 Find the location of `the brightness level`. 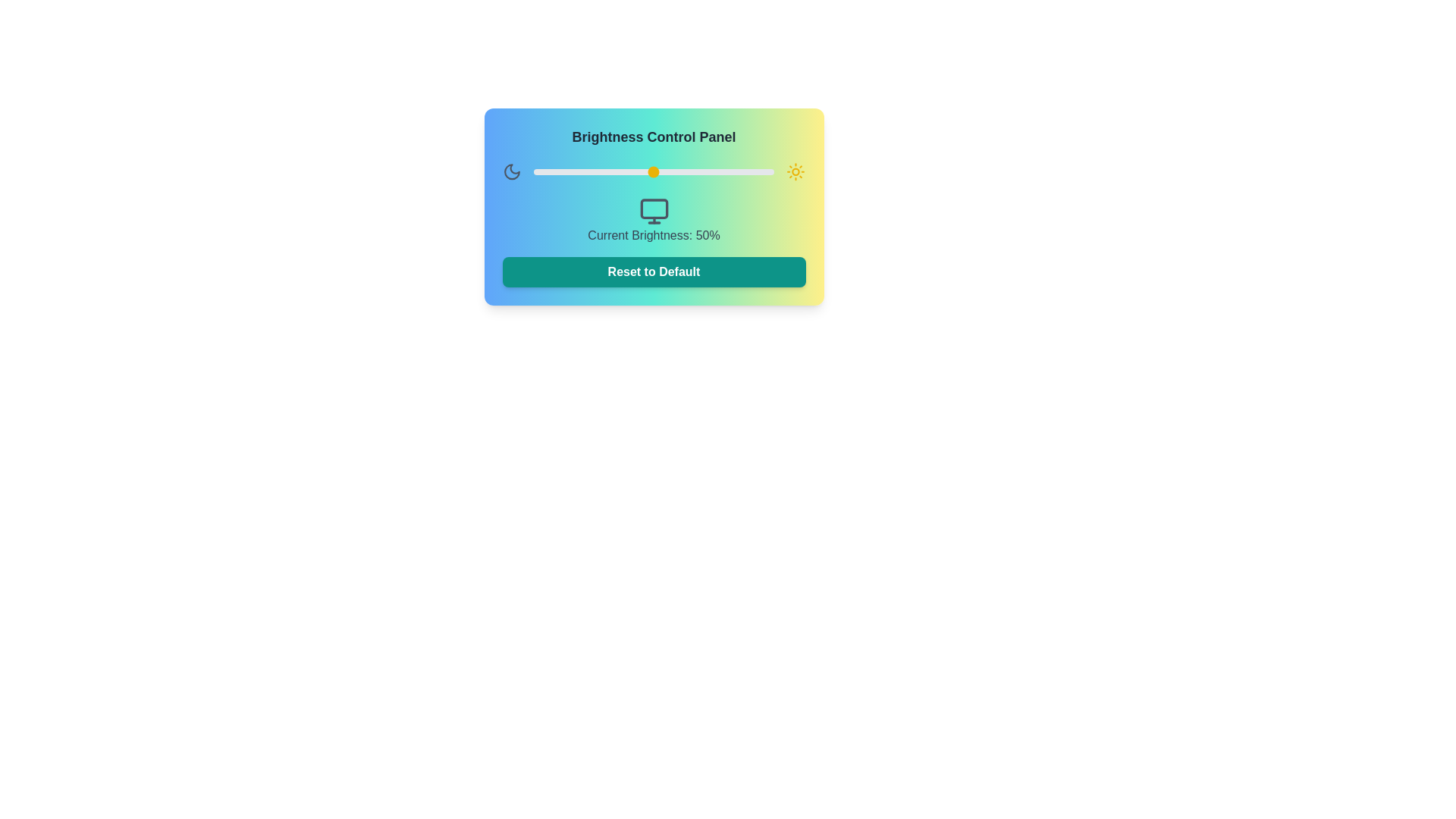

the brightness level is located at coordinates (736, 171).